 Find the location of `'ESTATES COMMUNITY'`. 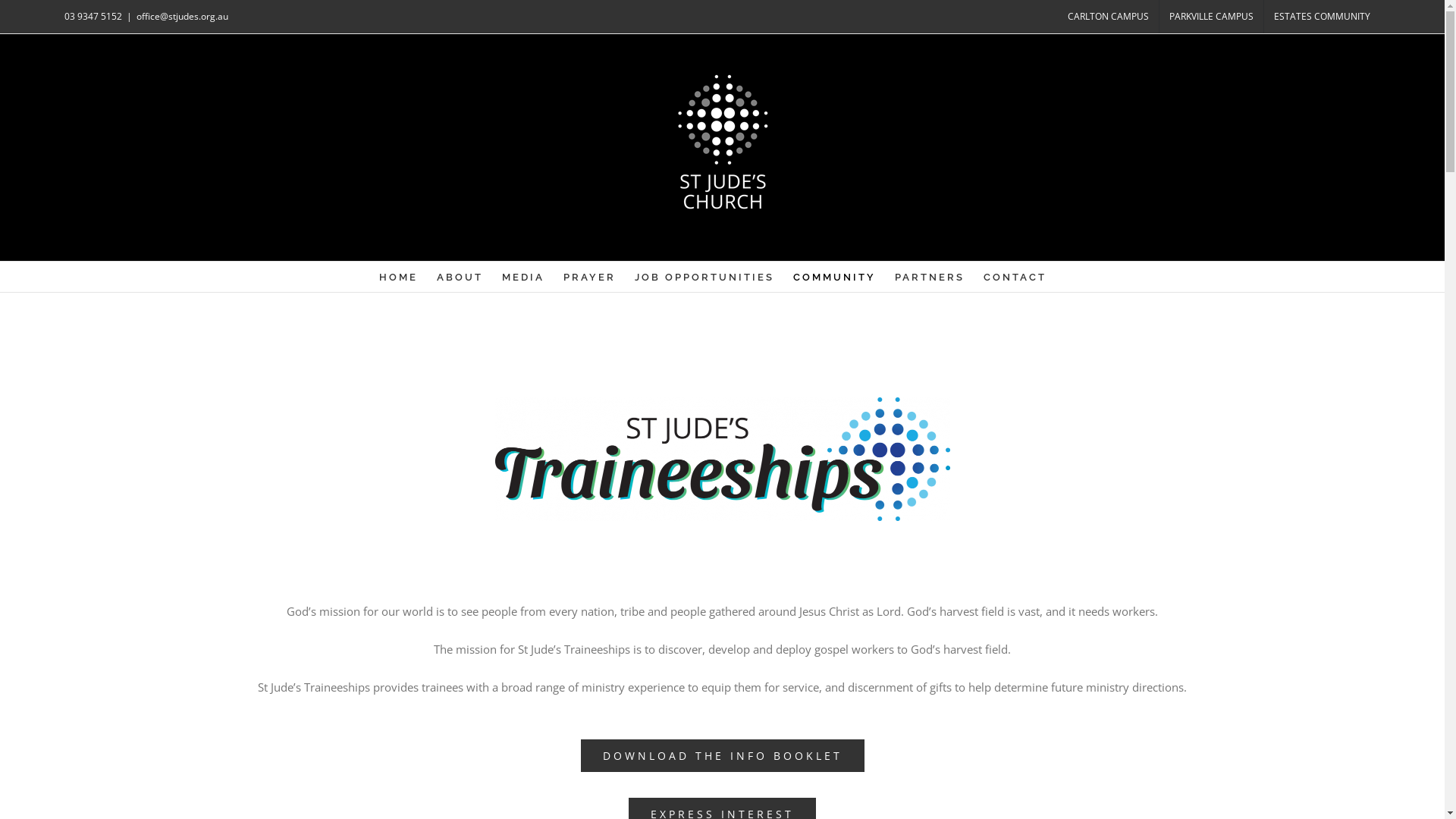

'ESTATES COMMUNITY' is located at coordinates (1321, 17).